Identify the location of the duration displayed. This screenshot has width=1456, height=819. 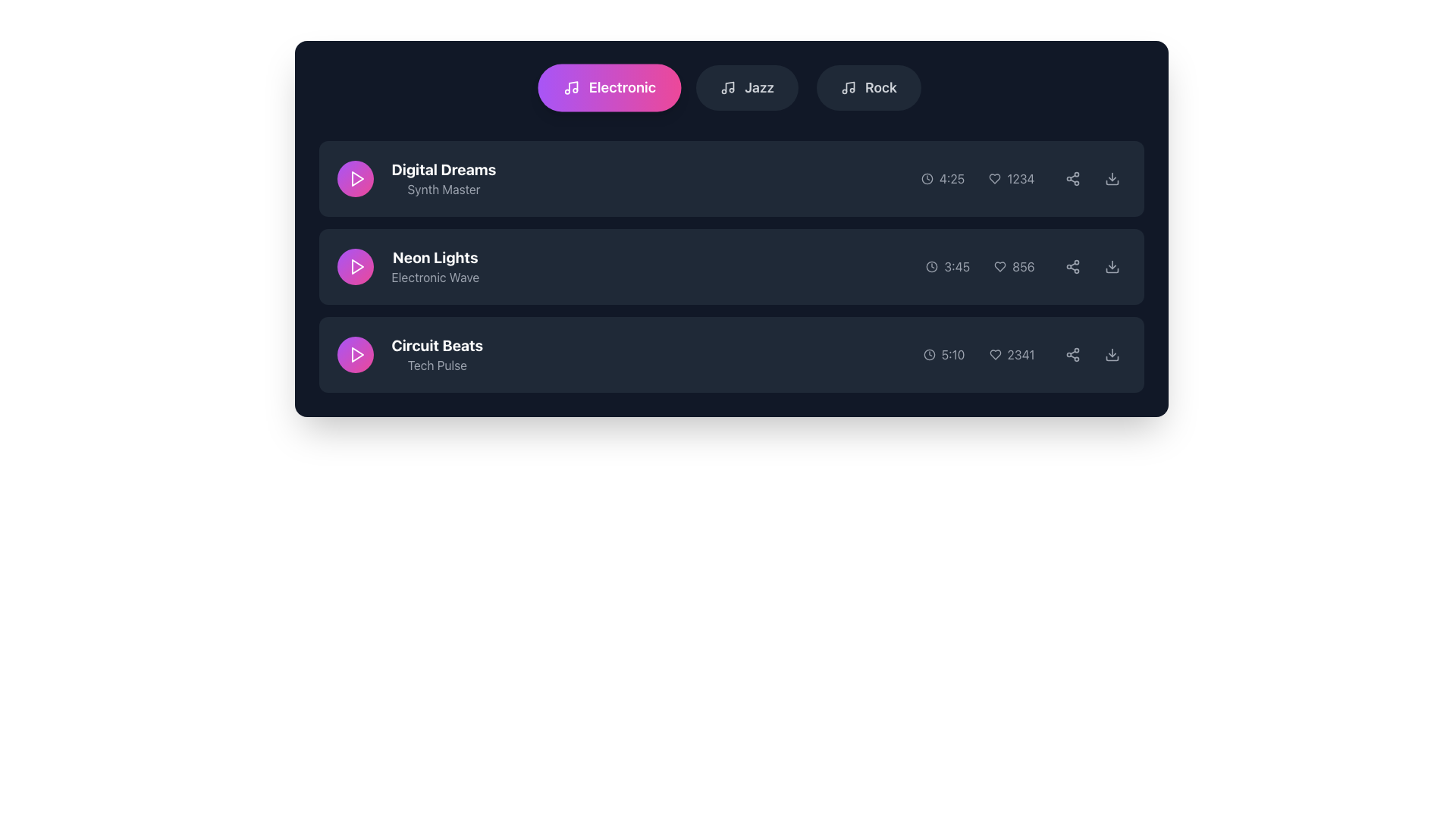
(956, 265).